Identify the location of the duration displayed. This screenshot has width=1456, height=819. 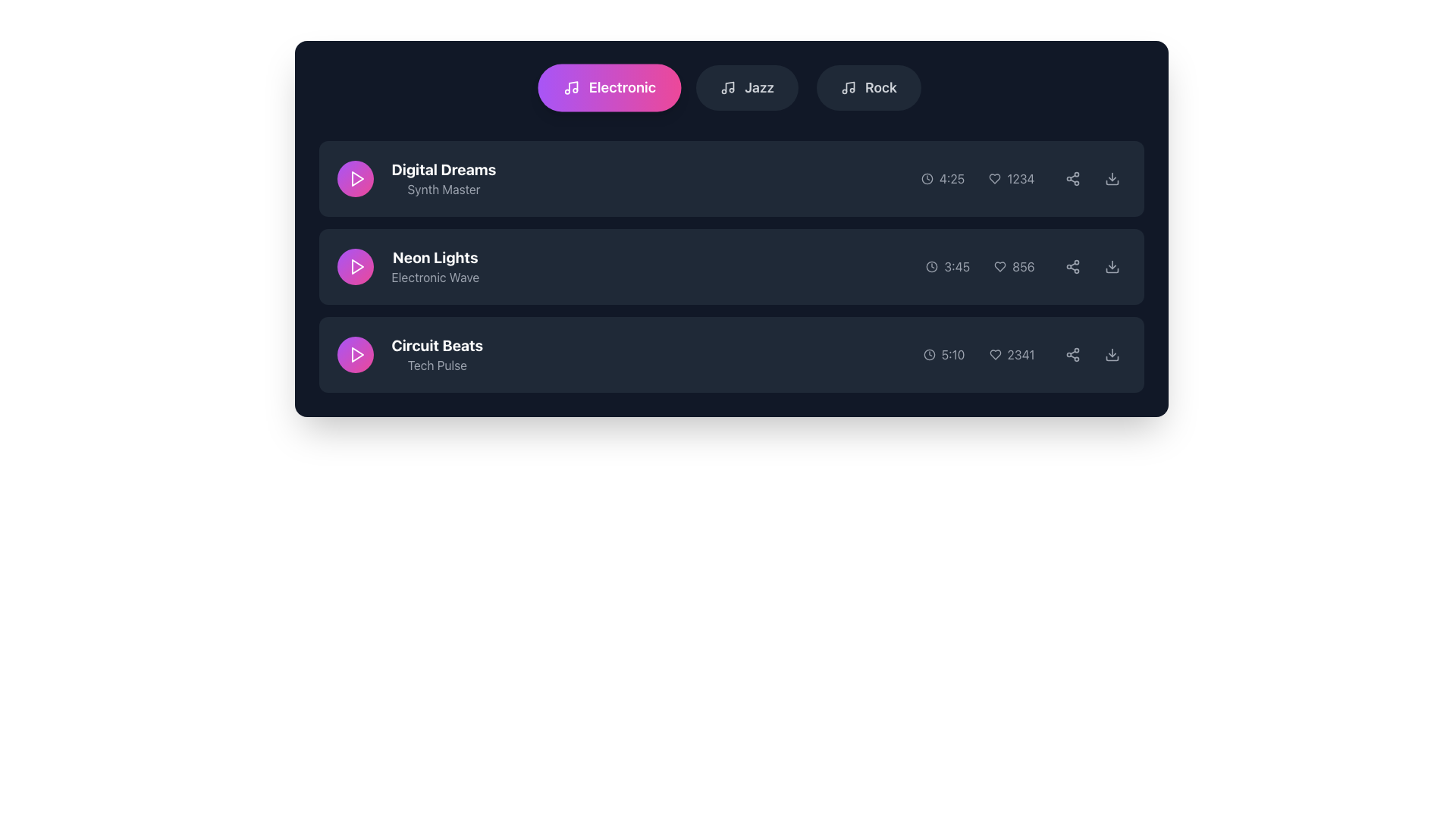
(956, 265).